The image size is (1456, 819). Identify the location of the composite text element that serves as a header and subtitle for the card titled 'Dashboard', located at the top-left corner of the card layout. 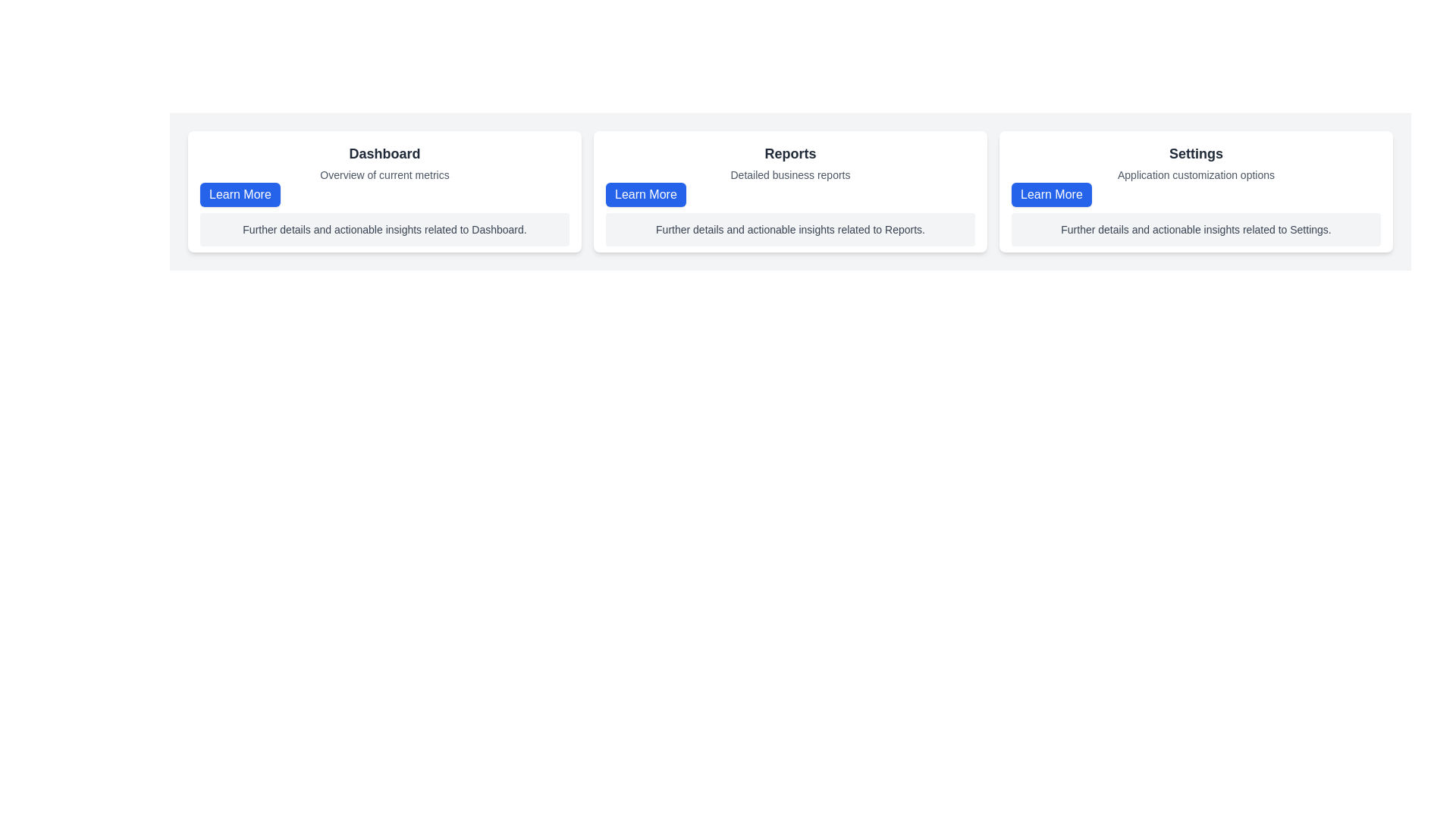
(384, 163).